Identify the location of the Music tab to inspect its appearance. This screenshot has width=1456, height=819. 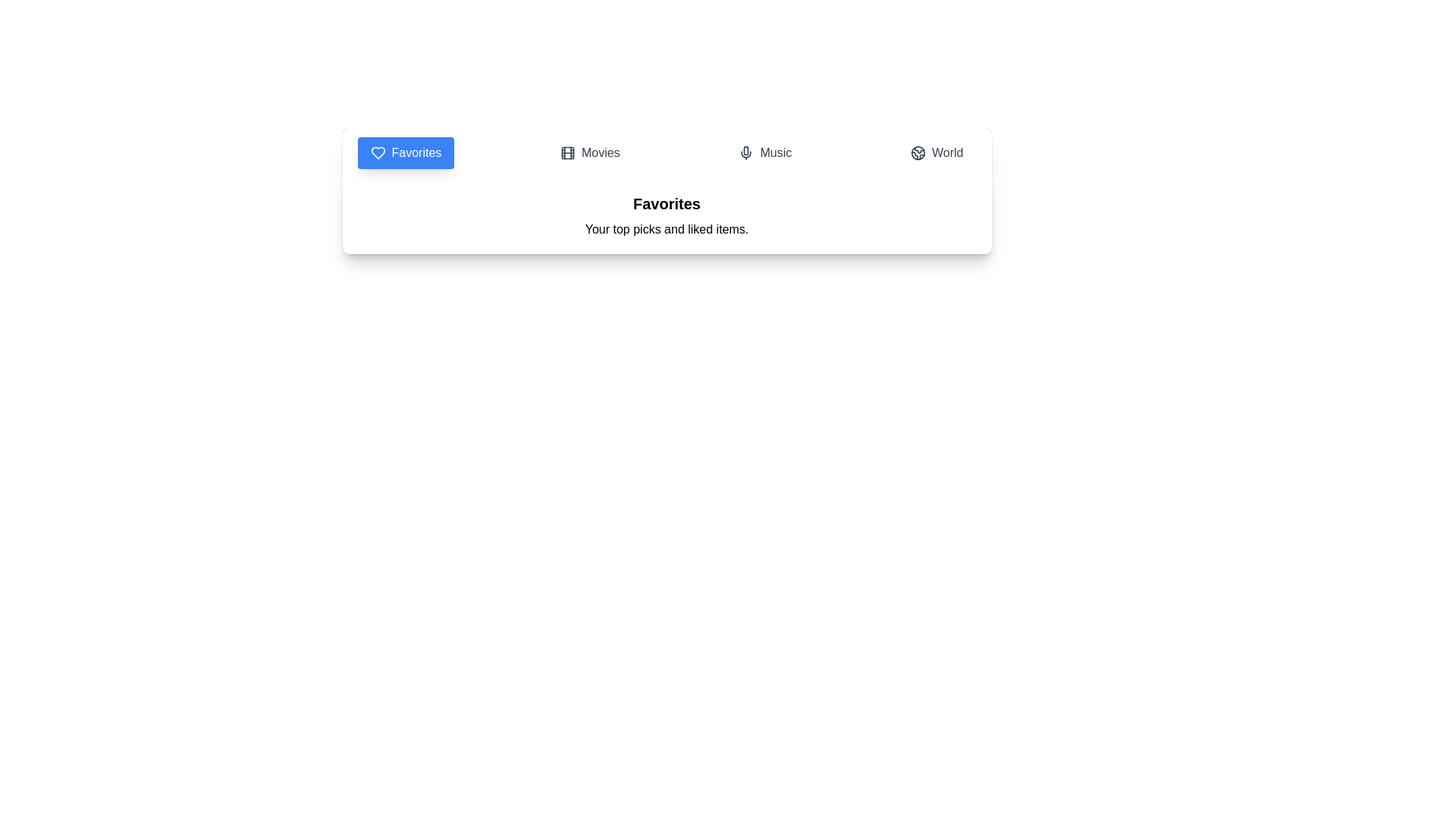
(764, 152).